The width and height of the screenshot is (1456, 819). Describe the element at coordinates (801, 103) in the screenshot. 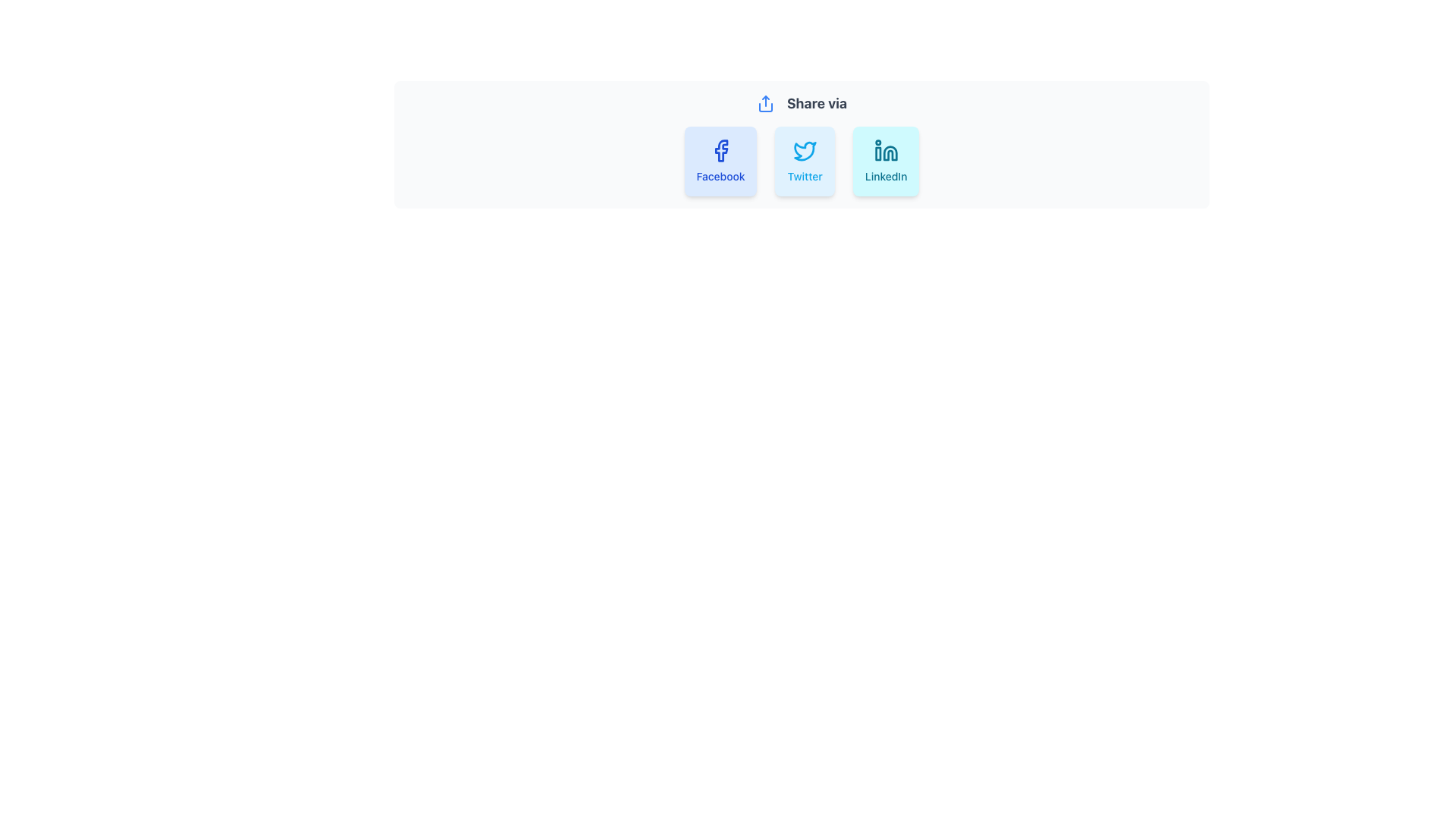

I see `contents of the Text Label with Icon that serves as the title for the sharing section, located at the top of the section above the sharing buttons` at that location.